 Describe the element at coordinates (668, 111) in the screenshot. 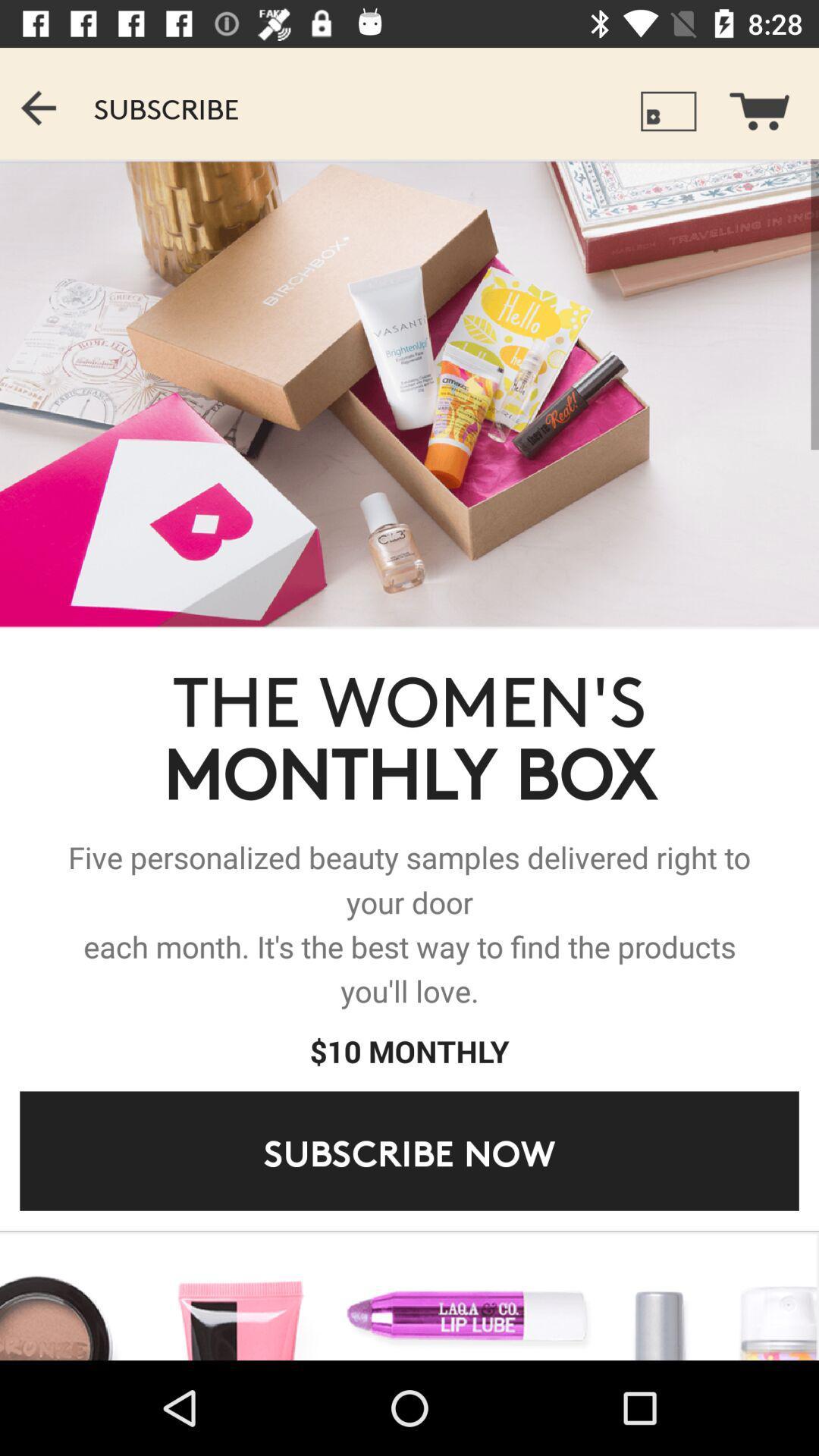

I see `icon which is left side of the cart symbol` at that location.